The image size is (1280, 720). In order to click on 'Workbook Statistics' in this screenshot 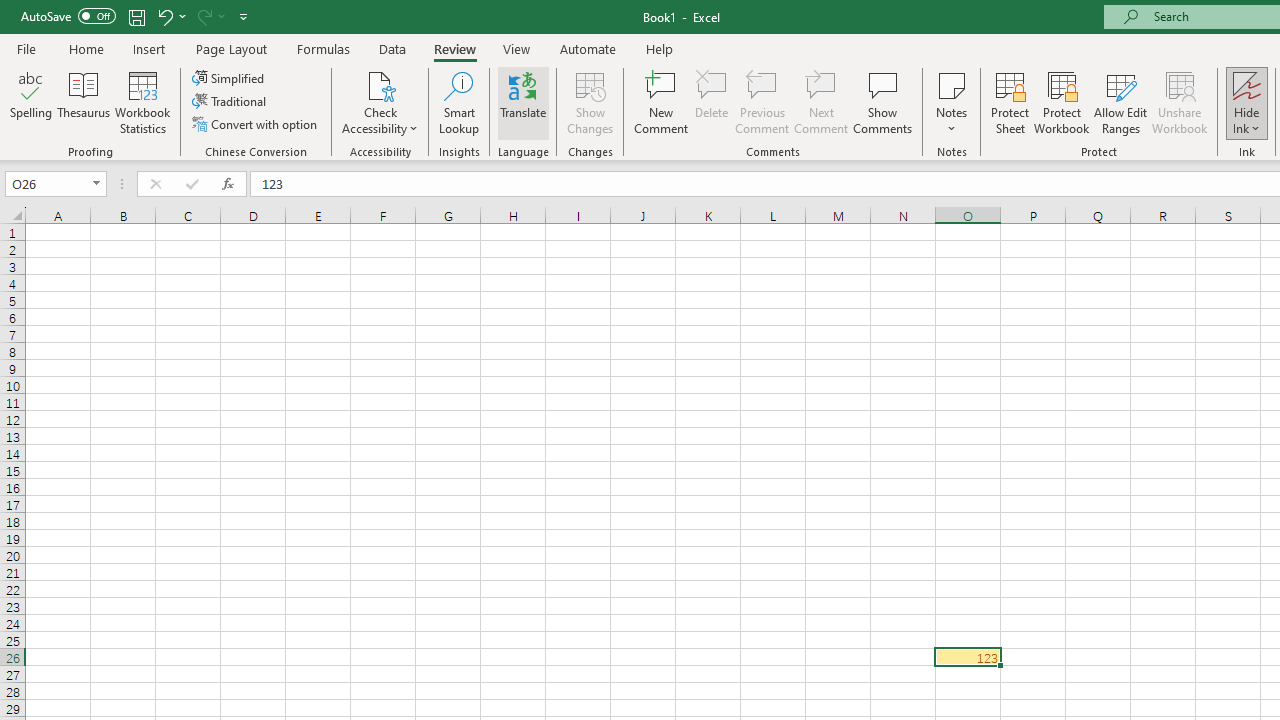, I will do `click(141, 103)`.